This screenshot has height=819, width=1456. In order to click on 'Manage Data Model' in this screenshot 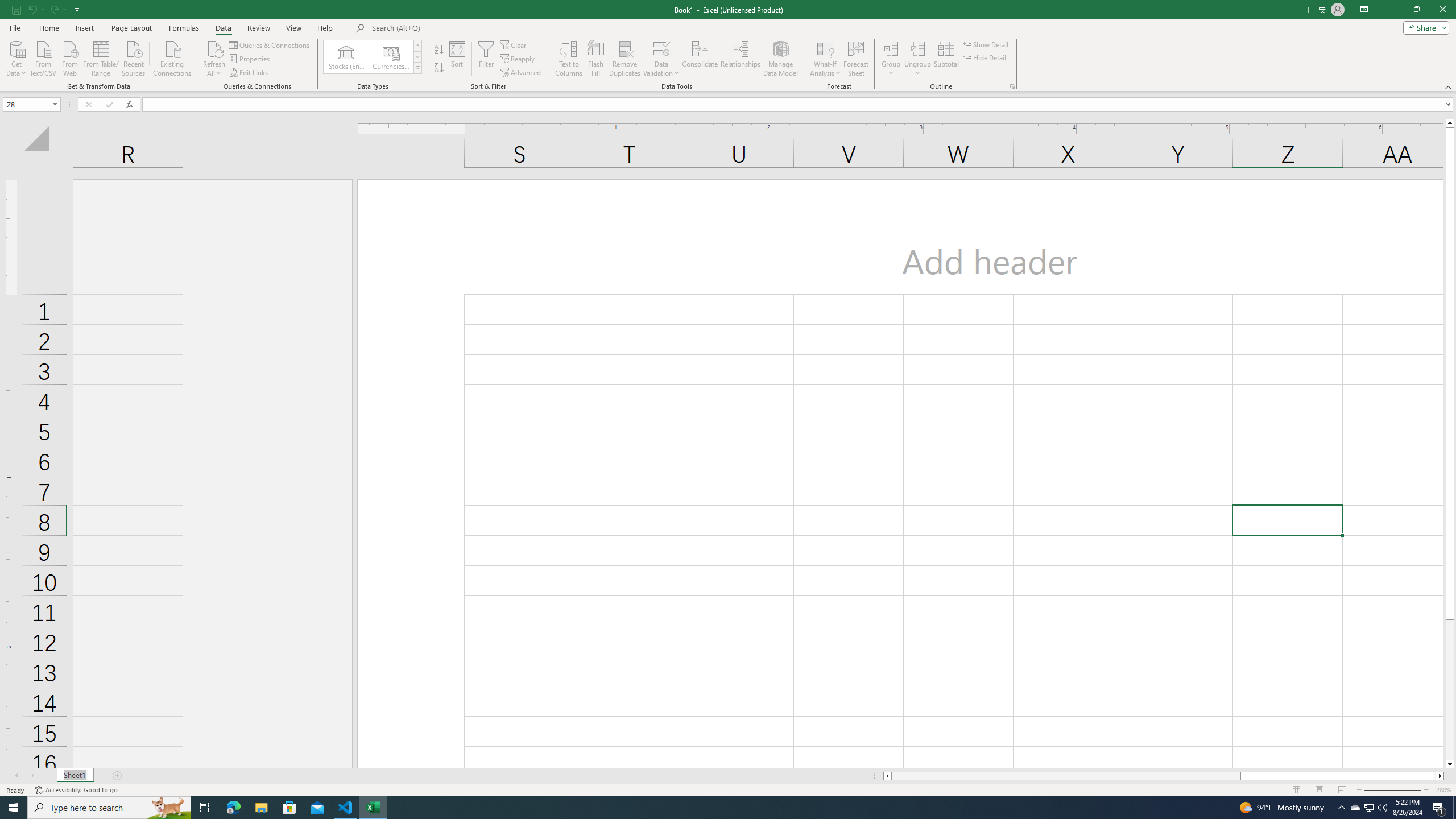, I will do `click(780, 59)`.